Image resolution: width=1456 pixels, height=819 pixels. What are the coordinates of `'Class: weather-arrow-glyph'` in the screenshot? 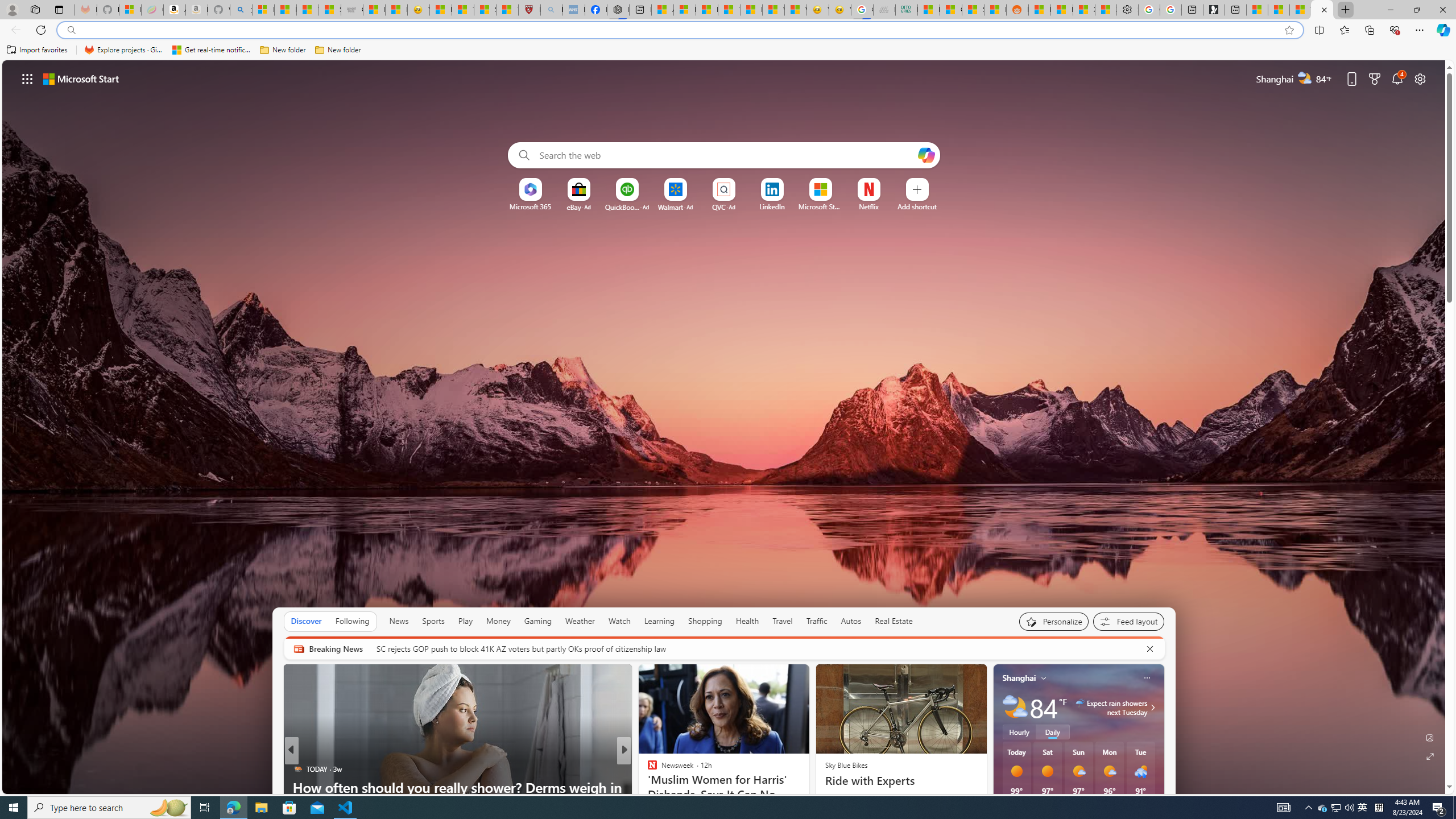 It's located at (1152, 708).